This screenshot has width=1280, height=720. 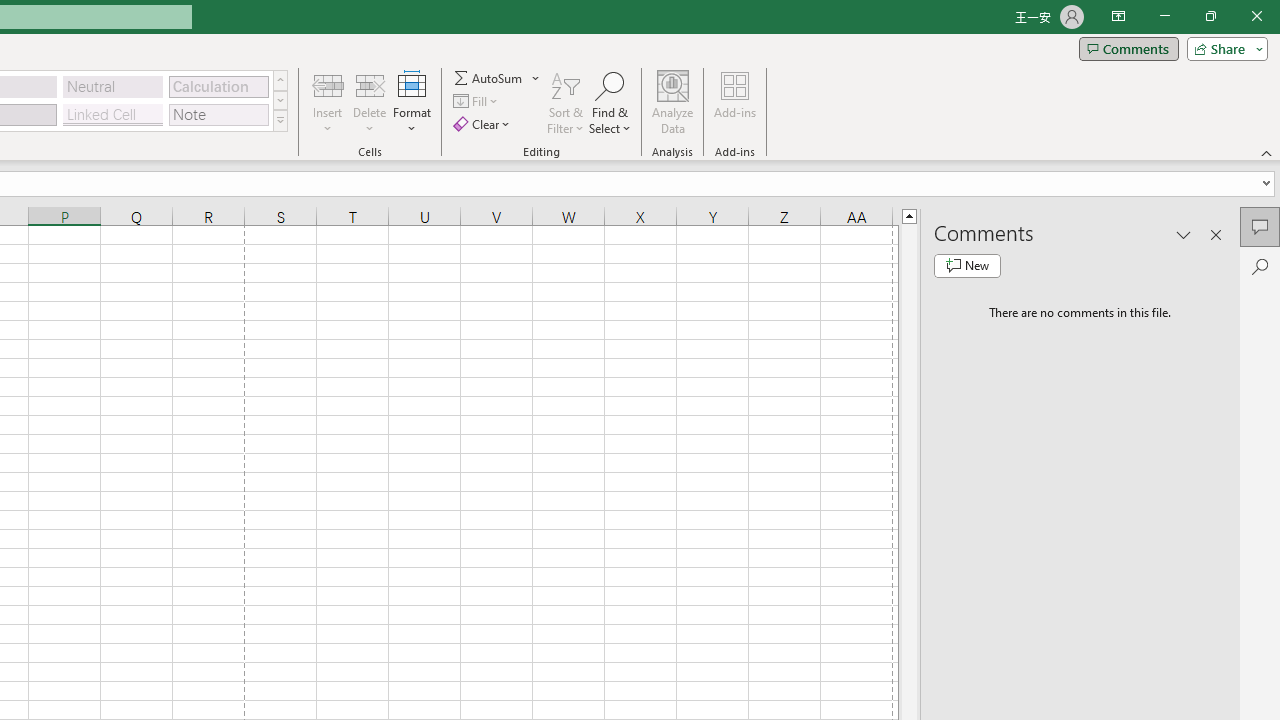 I want to click on 'Calculation', so click(x=218, y=85).